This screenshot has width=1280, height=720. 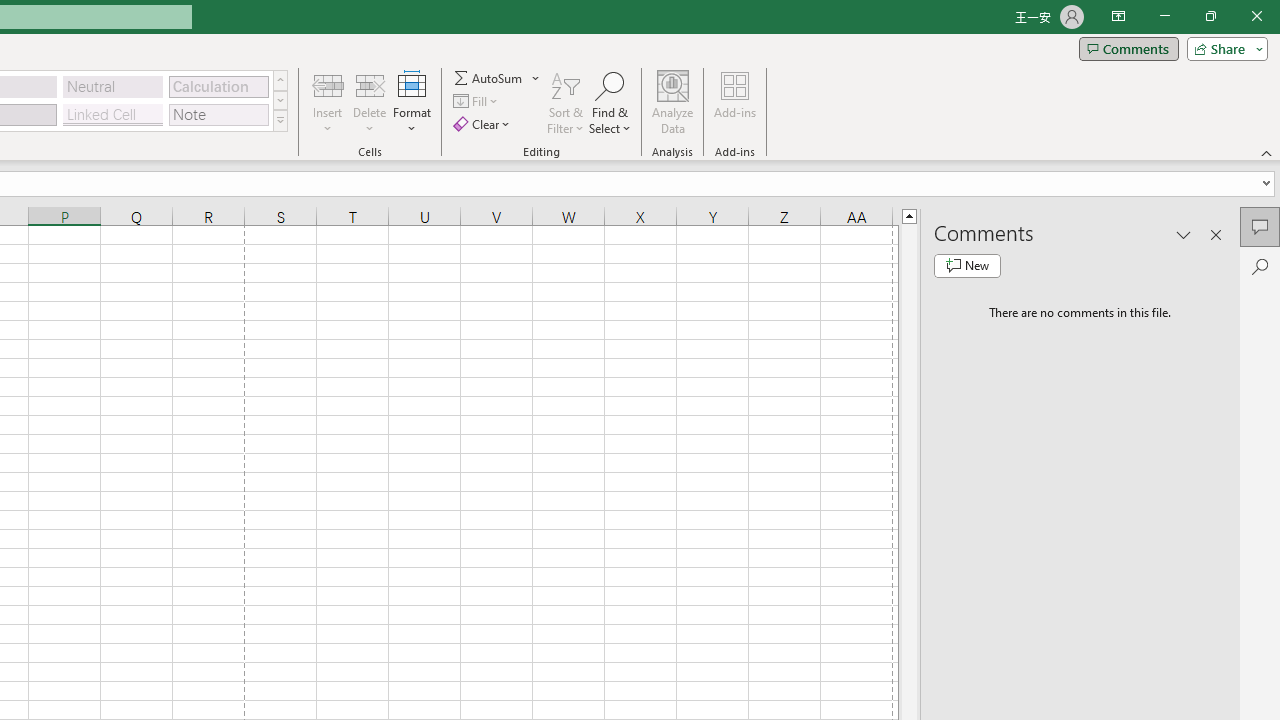 I want to click on 'Calculation', so click(x=218, y=85).